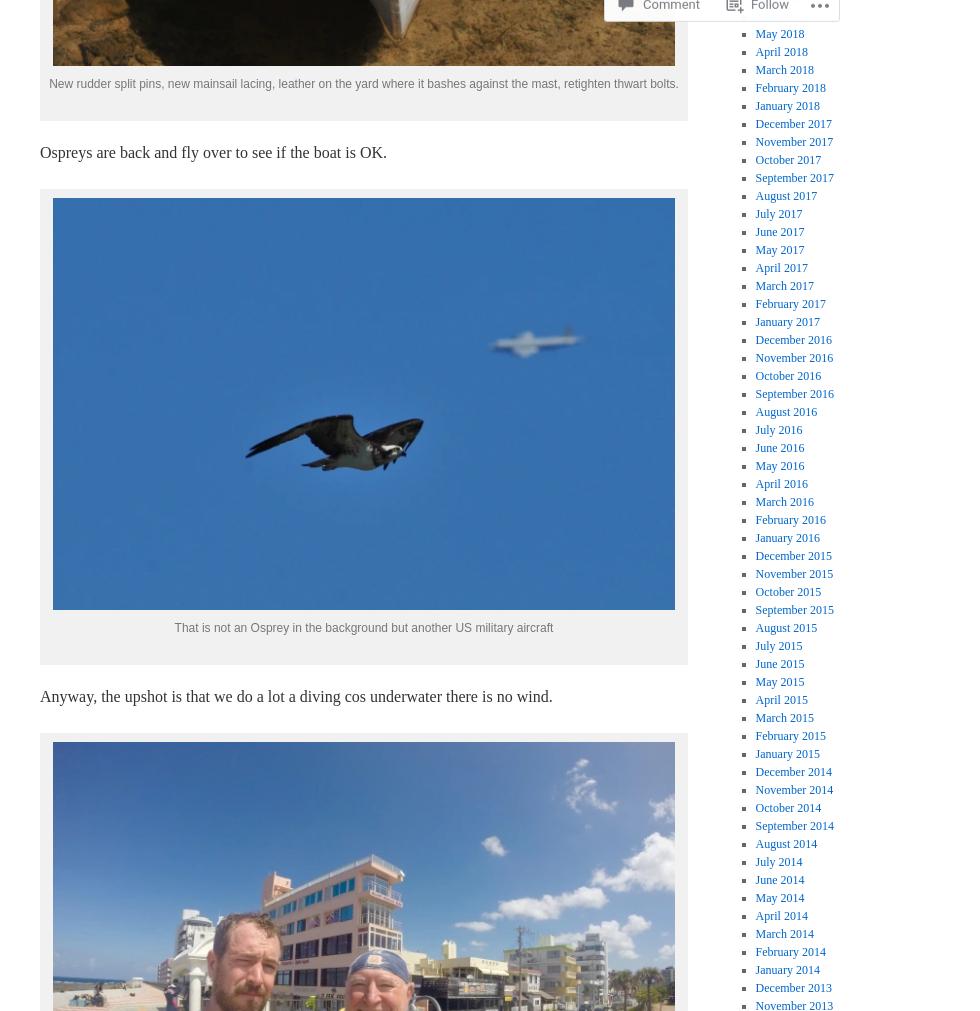  What do you see at coordinates (789, 302) in the screenshot?
I see `'February 2017'` at bounding box center [789, 302].